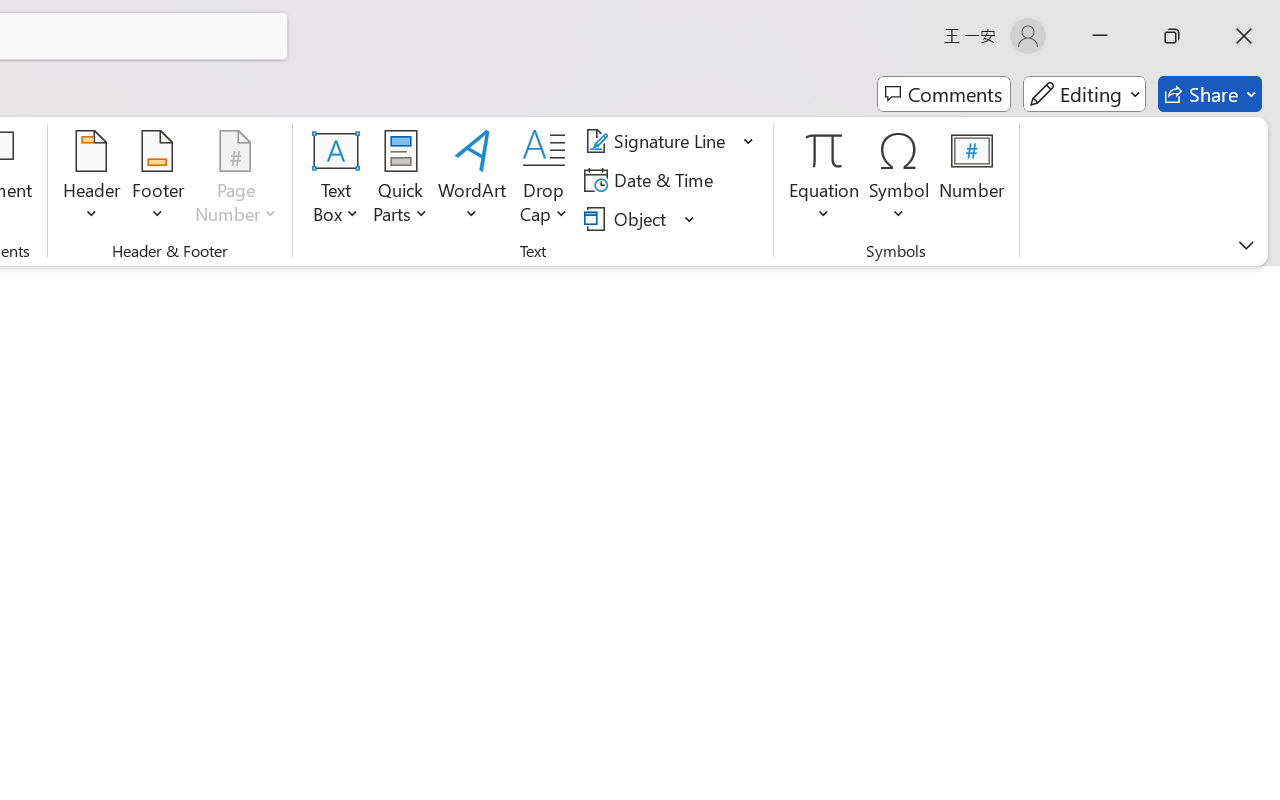  What do you see at coordinates (670, 141) in the screenshot?
I see `'Signature Line'` at bounding box center [670, 141].